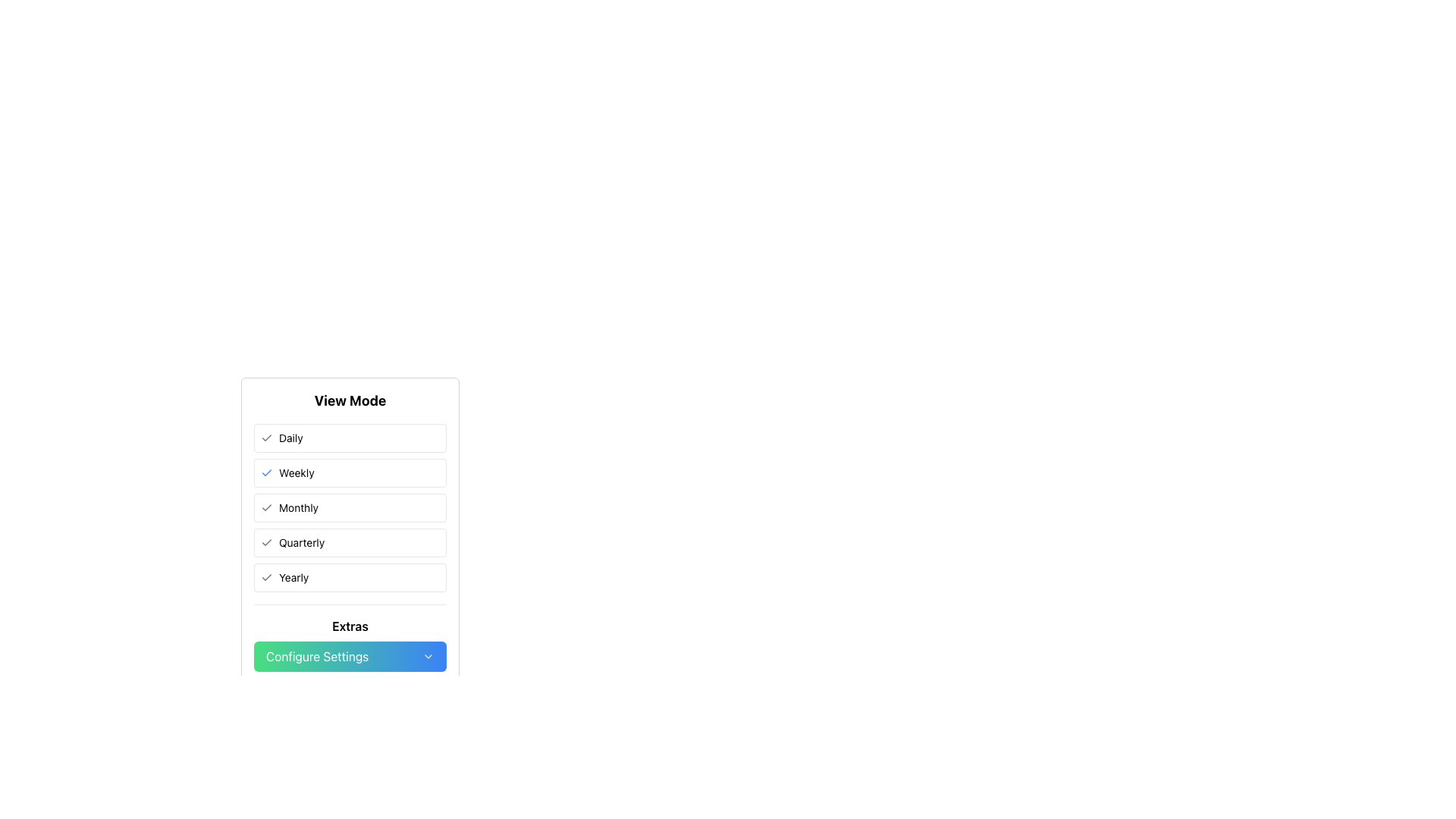  I want to click on the checkmark icon within the 'Yearly' button, which is the fifth selectable option in the 'View Mode' menu, so click(266, 578).